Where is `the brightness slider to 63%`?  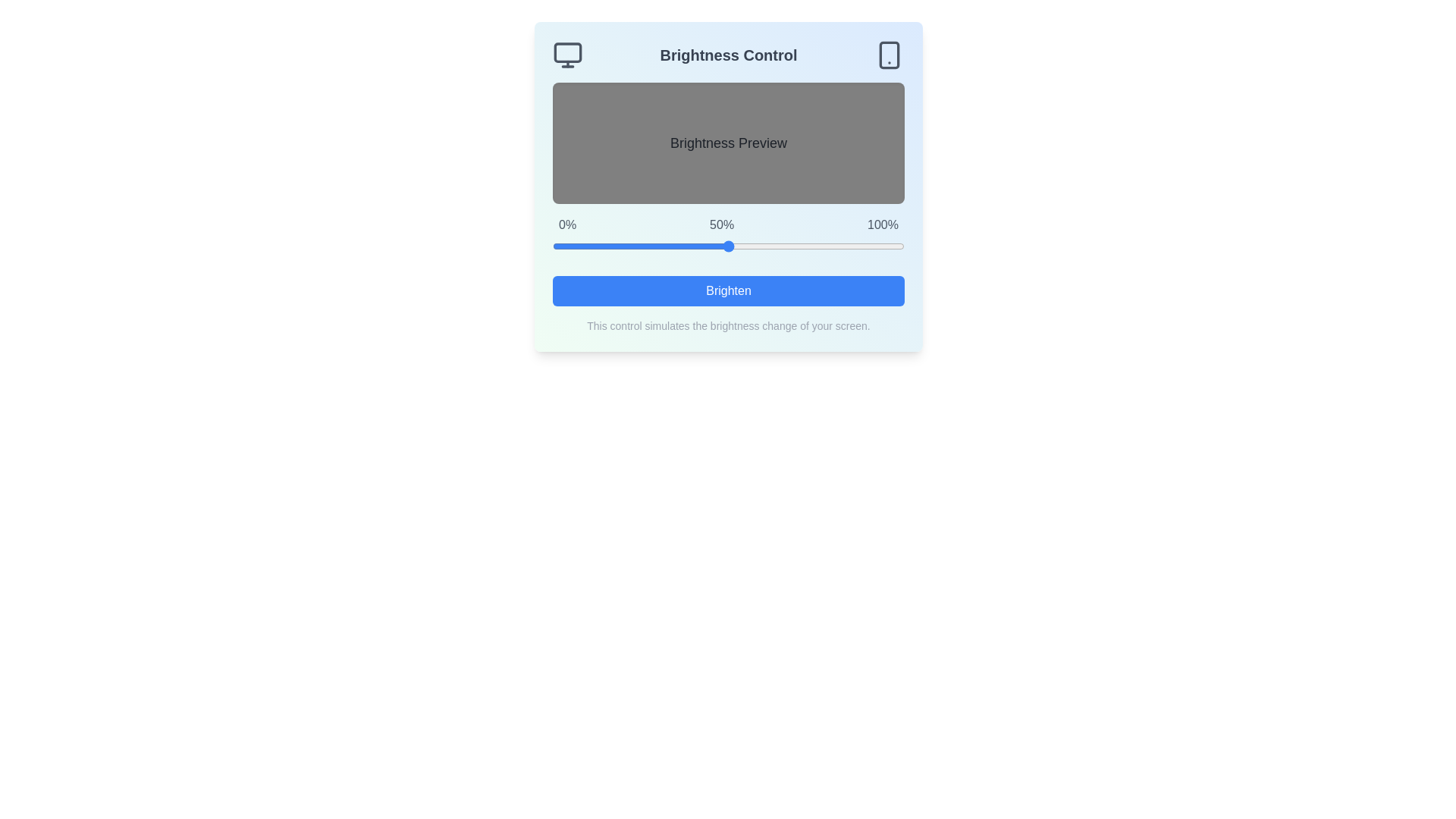 the brightness slider to 63% is located at coordinates (774, 245).